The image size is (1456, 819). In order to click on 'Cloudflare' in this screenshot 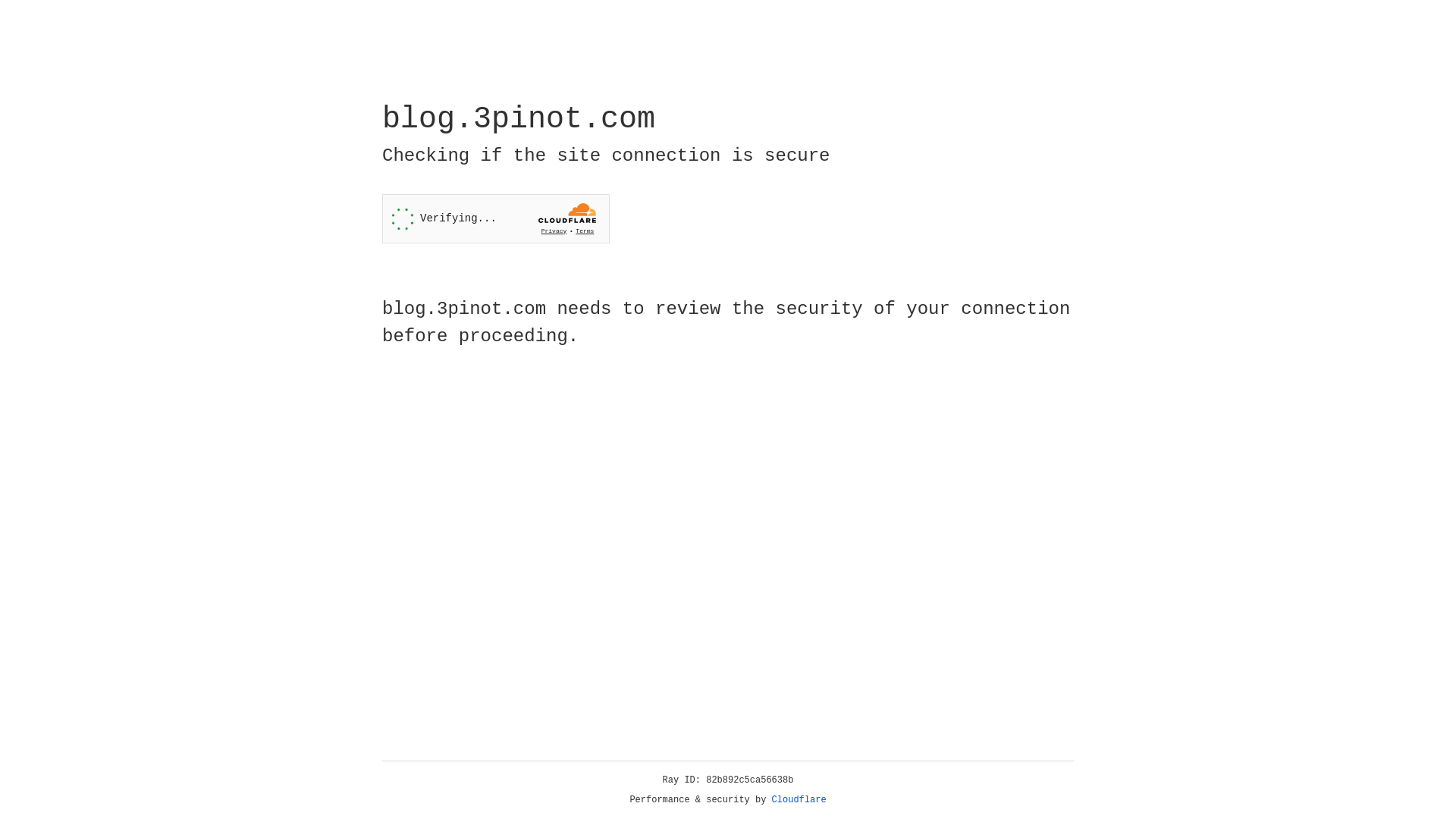, I will do `click(799, 799)`.